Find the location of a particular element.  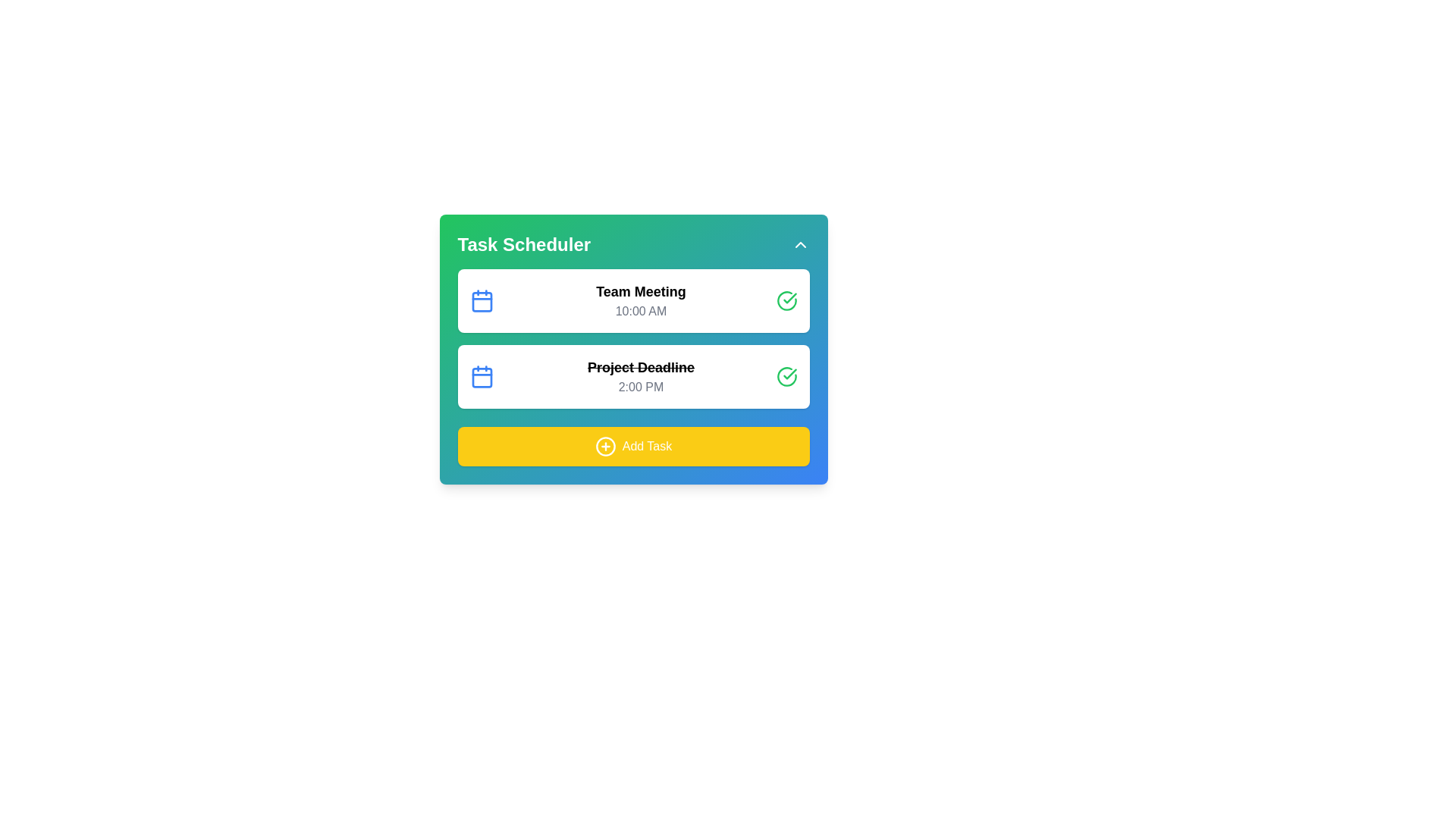

the SVG rectangle representing the calendar icon in the 'Project Deadline' section, located on the left side of the task title is located at coordinates (481, 377).